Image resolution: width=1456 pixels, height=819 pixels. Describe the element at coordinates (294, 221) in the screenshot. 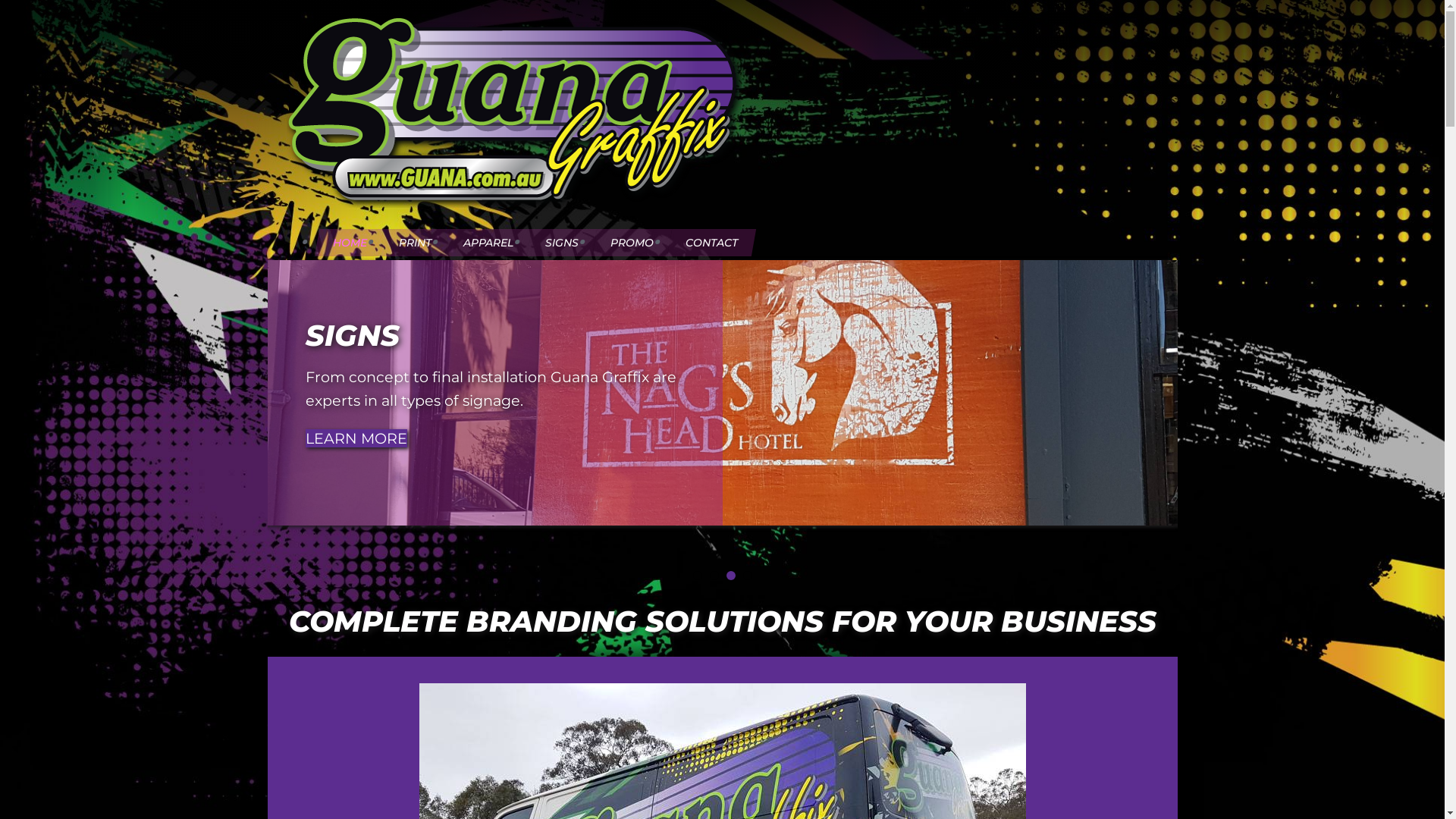

I see `'on'` at that location.